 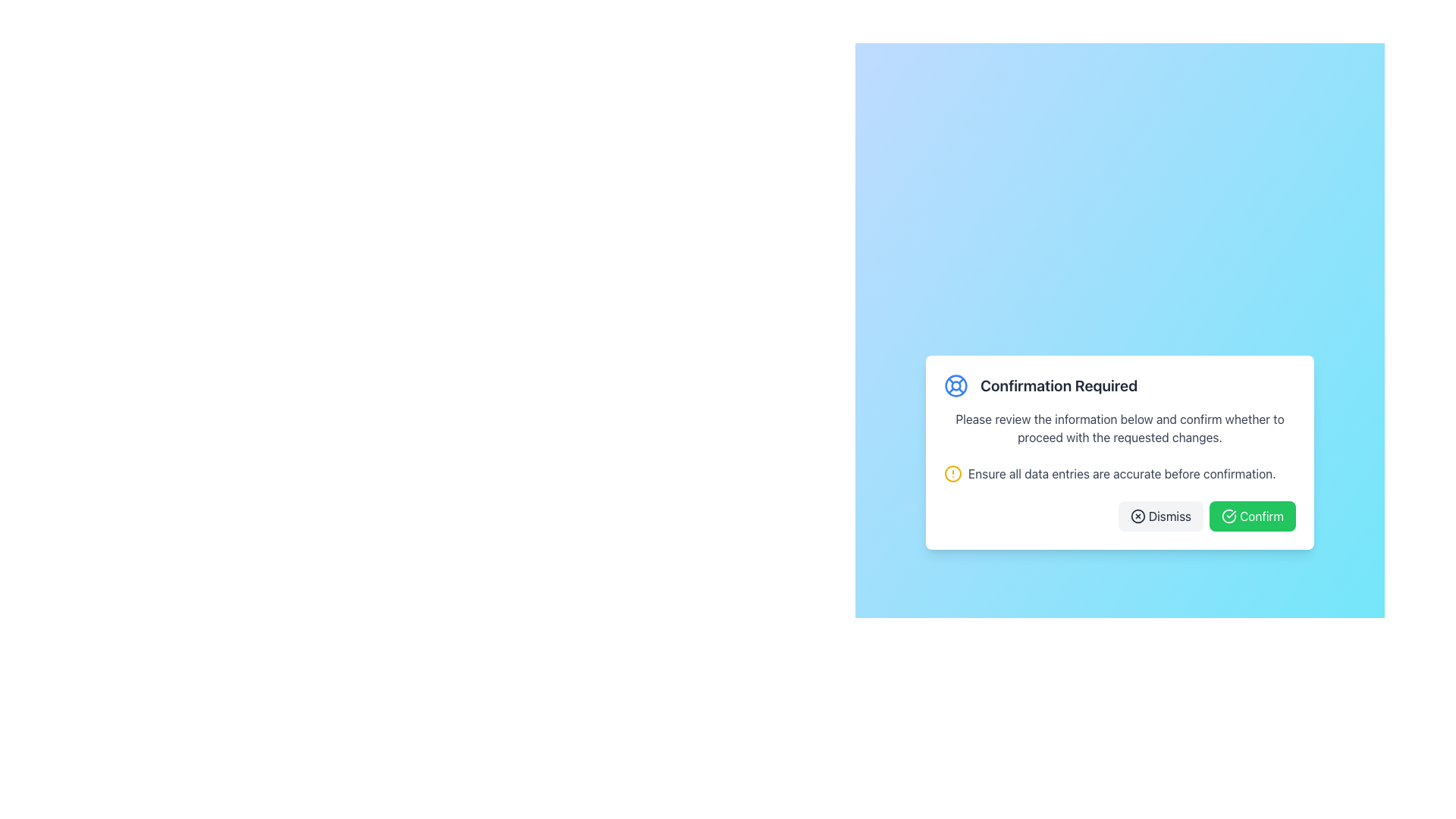 What do you see at coordinates (1252, 516) in the screenshot?
I see `the confirmation button located at the bottom-right of the dialog box to observe the hover effect` at bounding box center [1252, 516].